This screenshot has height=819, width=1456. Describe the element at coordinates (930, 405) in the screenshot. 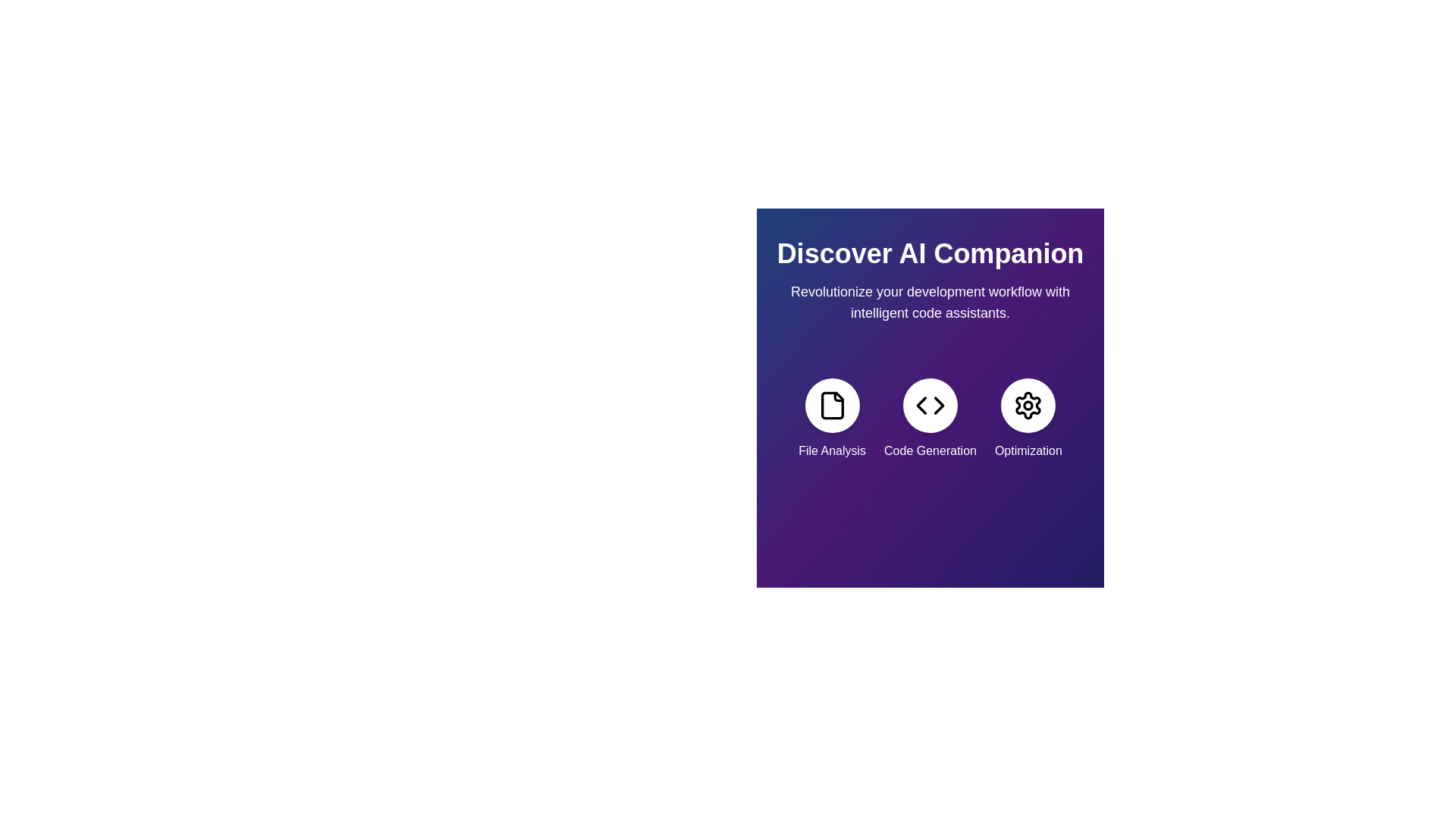

I see `the circular badge with a white background and a black coding symbol (< >)` at that location.